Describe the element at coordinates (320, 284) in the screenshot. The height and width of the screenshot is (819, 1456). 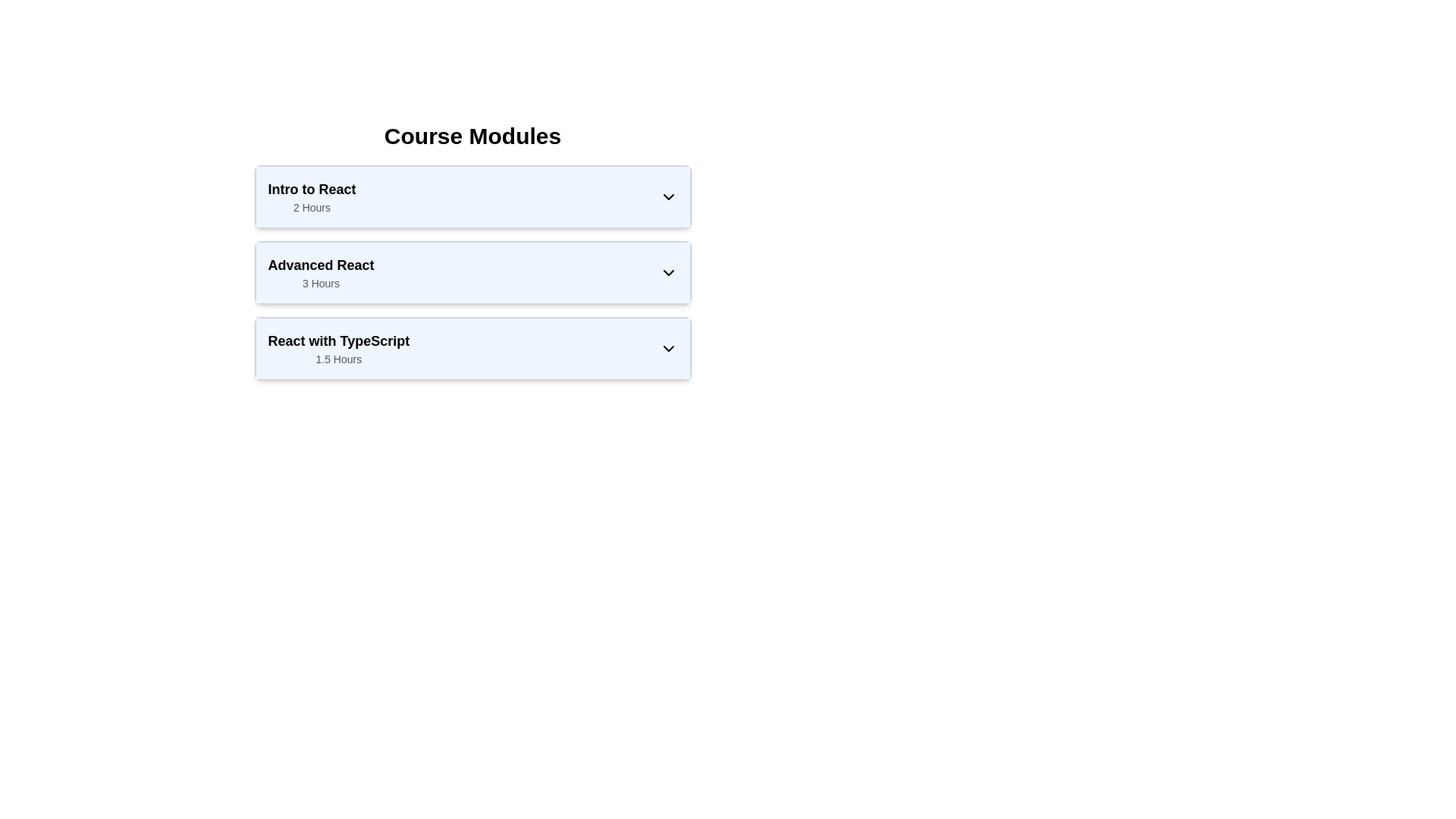
I see `text content of the label indicating the duration of the 'Advanced React' course module, which is located directly below the module title in the Course Modules section` at that location.